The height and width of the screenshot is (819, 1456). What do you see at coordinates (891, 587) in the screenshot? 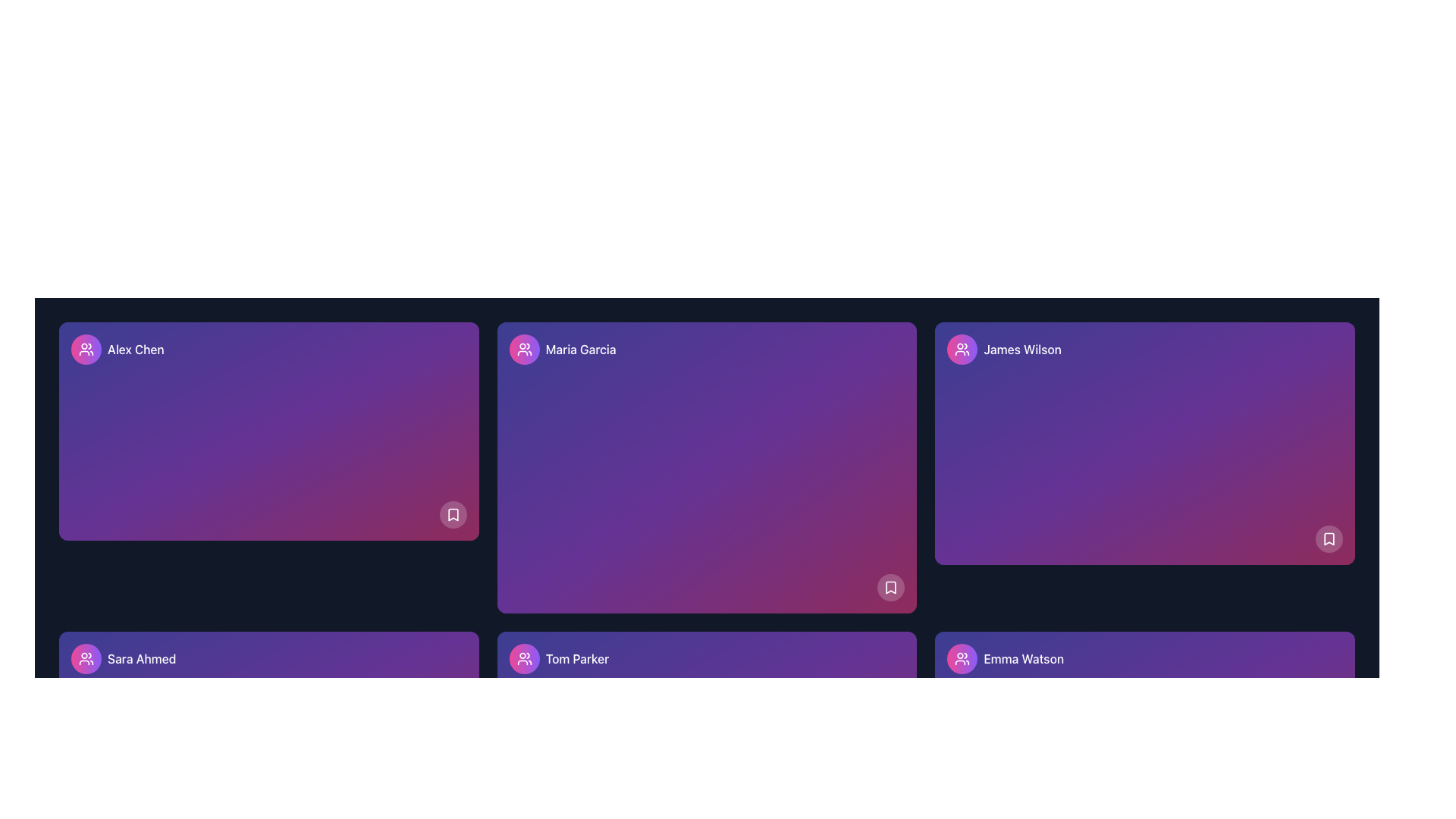
I see `the bookmark icon button located at the bottom-right corner of the user profile card labeled 'Maria Garcia'` at bounding box center [891, 587].